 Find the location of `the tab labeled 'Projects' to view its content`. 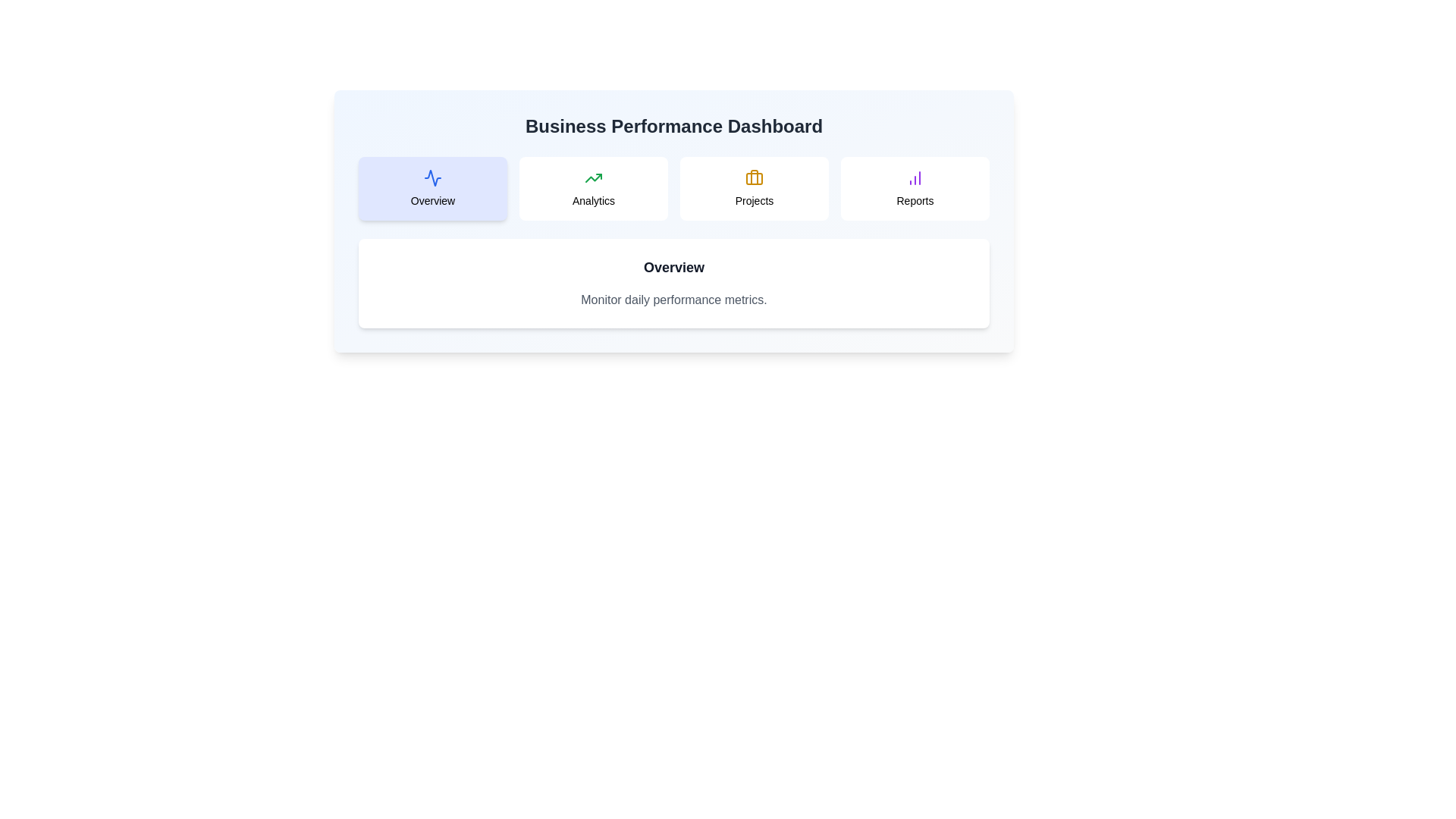

the tab labeled 'Projects' to view its content is located at coordinates (754, 188).